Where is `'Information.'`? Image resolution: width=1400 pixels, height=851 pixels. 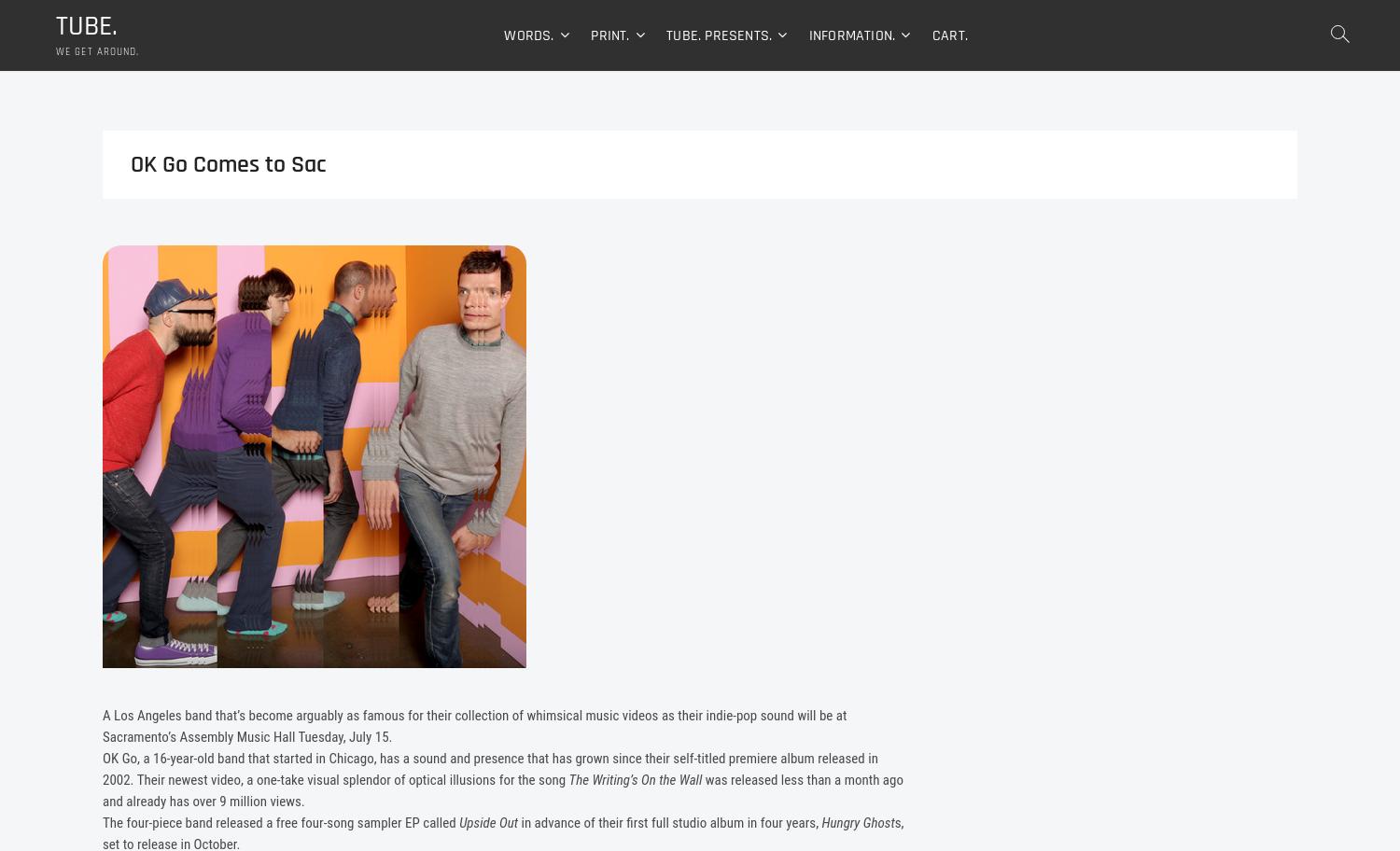
'Information.' is located at coordinates (851, 37).